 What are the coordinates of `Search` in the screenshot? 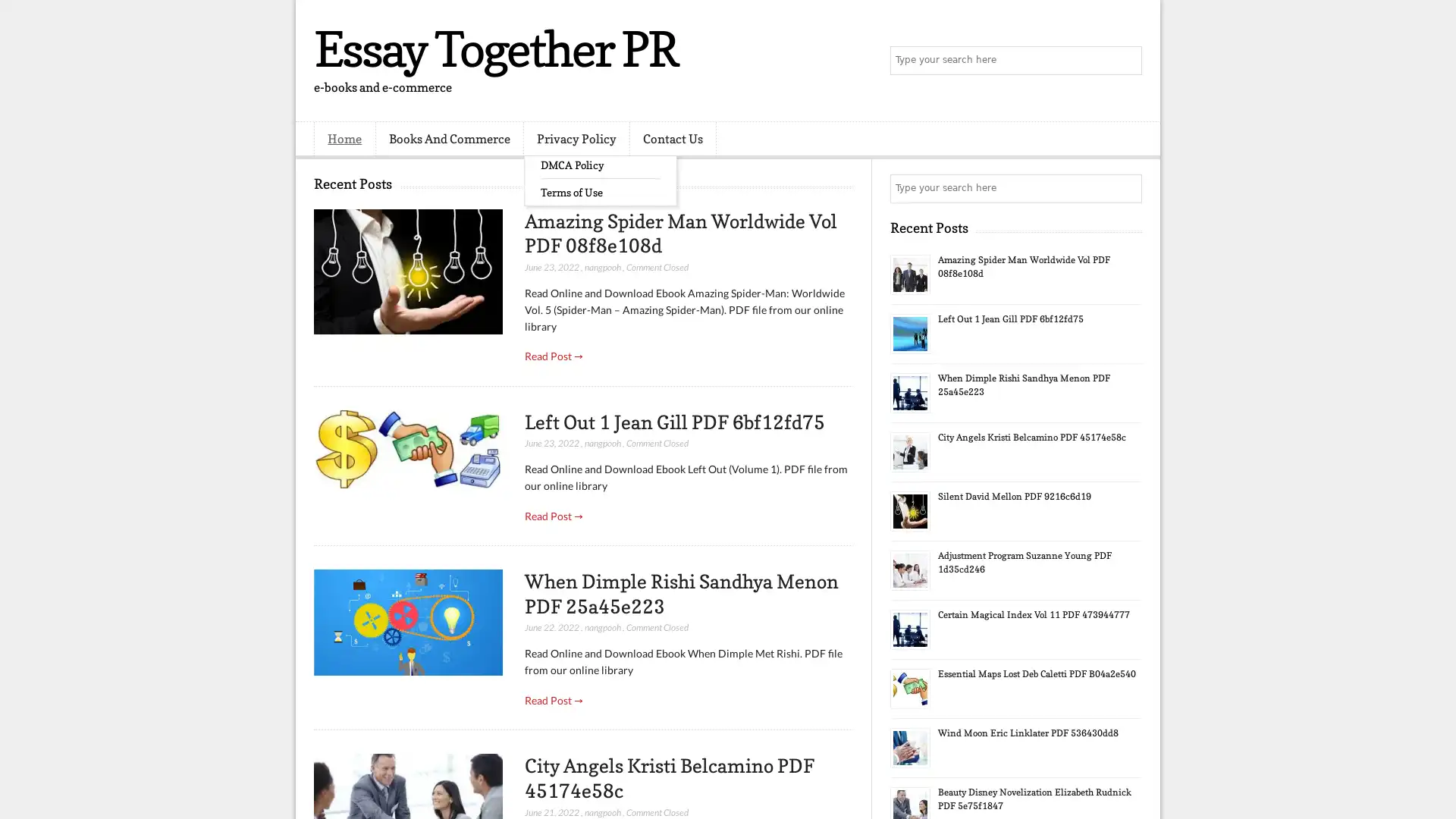 It's located at (1126, 61).